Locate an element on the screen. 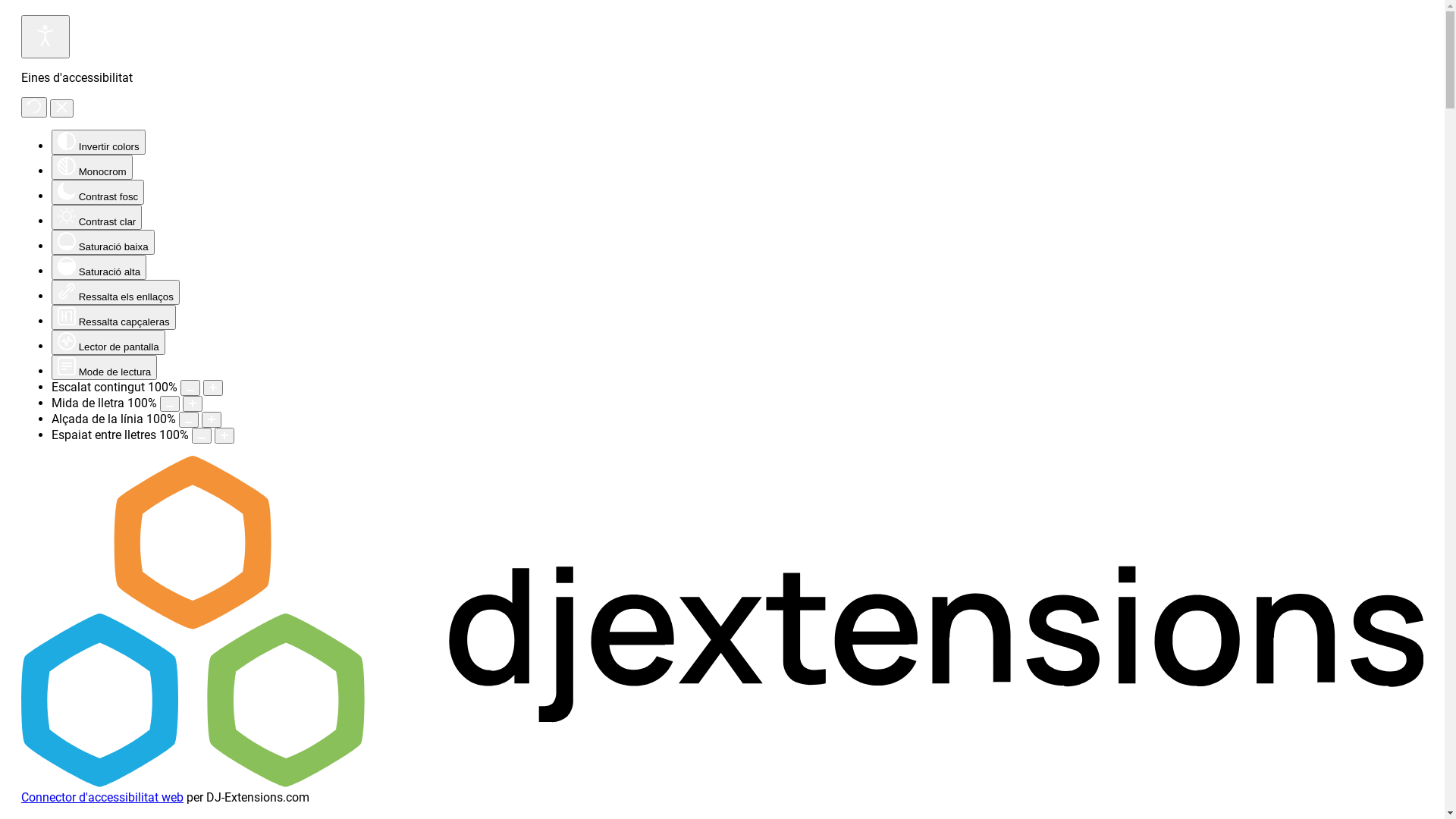  'Augmenta la mida del contingut' is located at coordinates (202, 387).